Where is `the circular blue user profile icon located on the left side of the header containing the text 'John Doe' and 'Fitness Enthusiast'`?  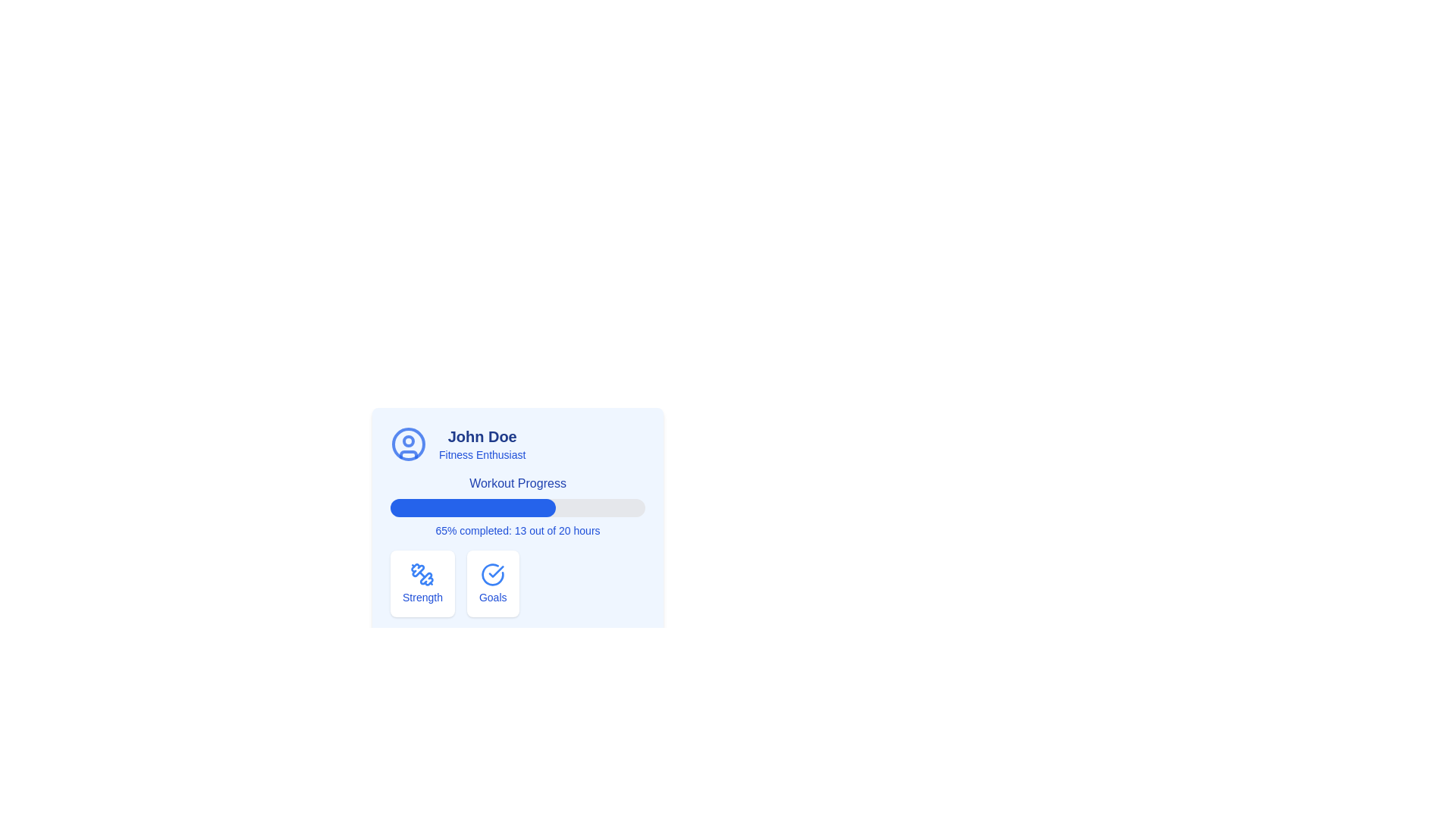
the circular blue user profile icon located on the left side of the header containing the text 'John Doe' and 'Fitness Enthusiast' is located at coordinates (408, 444).